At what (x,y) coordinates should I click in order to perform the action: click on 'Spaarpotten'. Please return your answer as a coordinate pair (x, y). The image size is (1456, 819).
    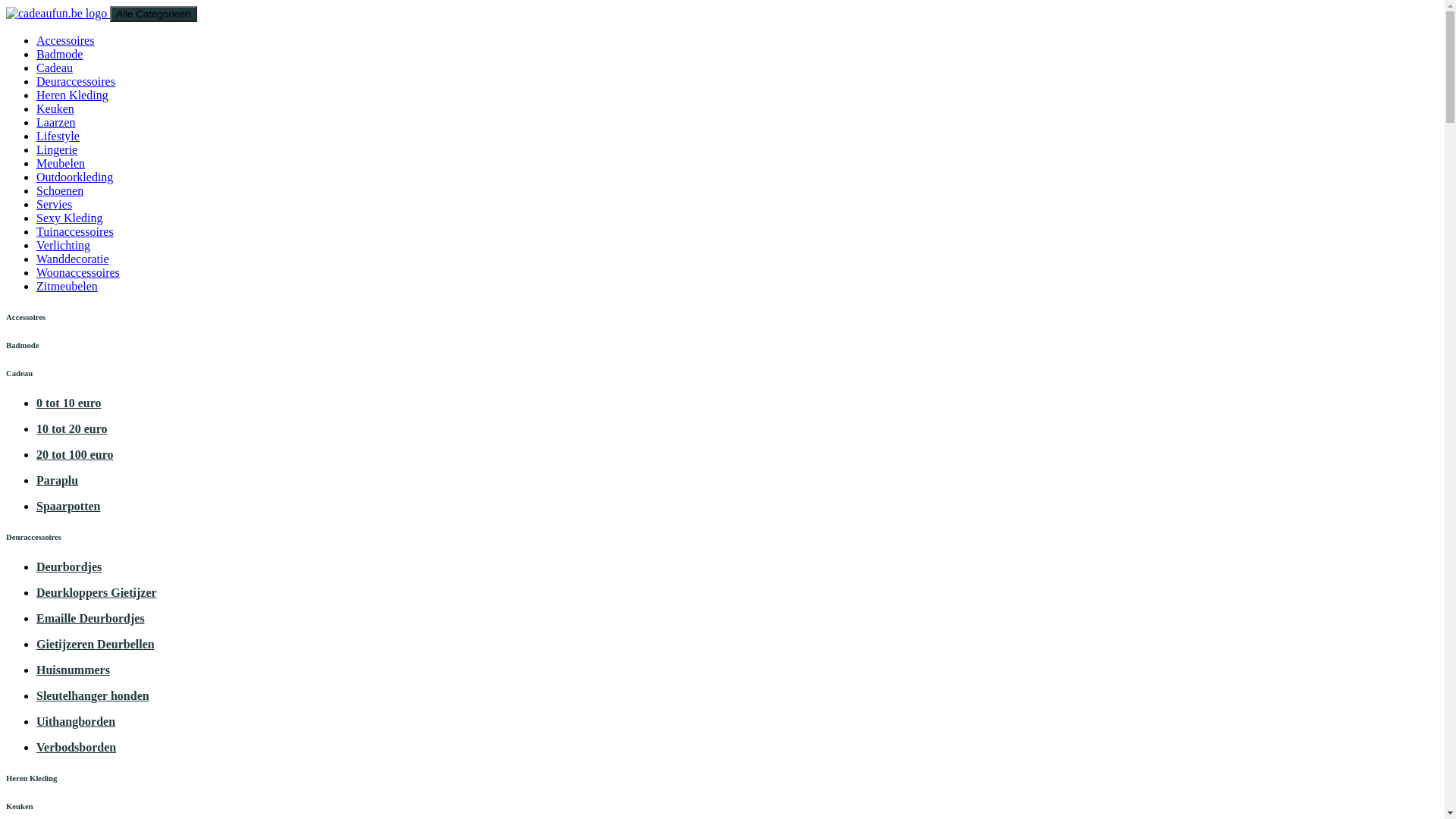
    Looking at the image, I should click on (67, 506).